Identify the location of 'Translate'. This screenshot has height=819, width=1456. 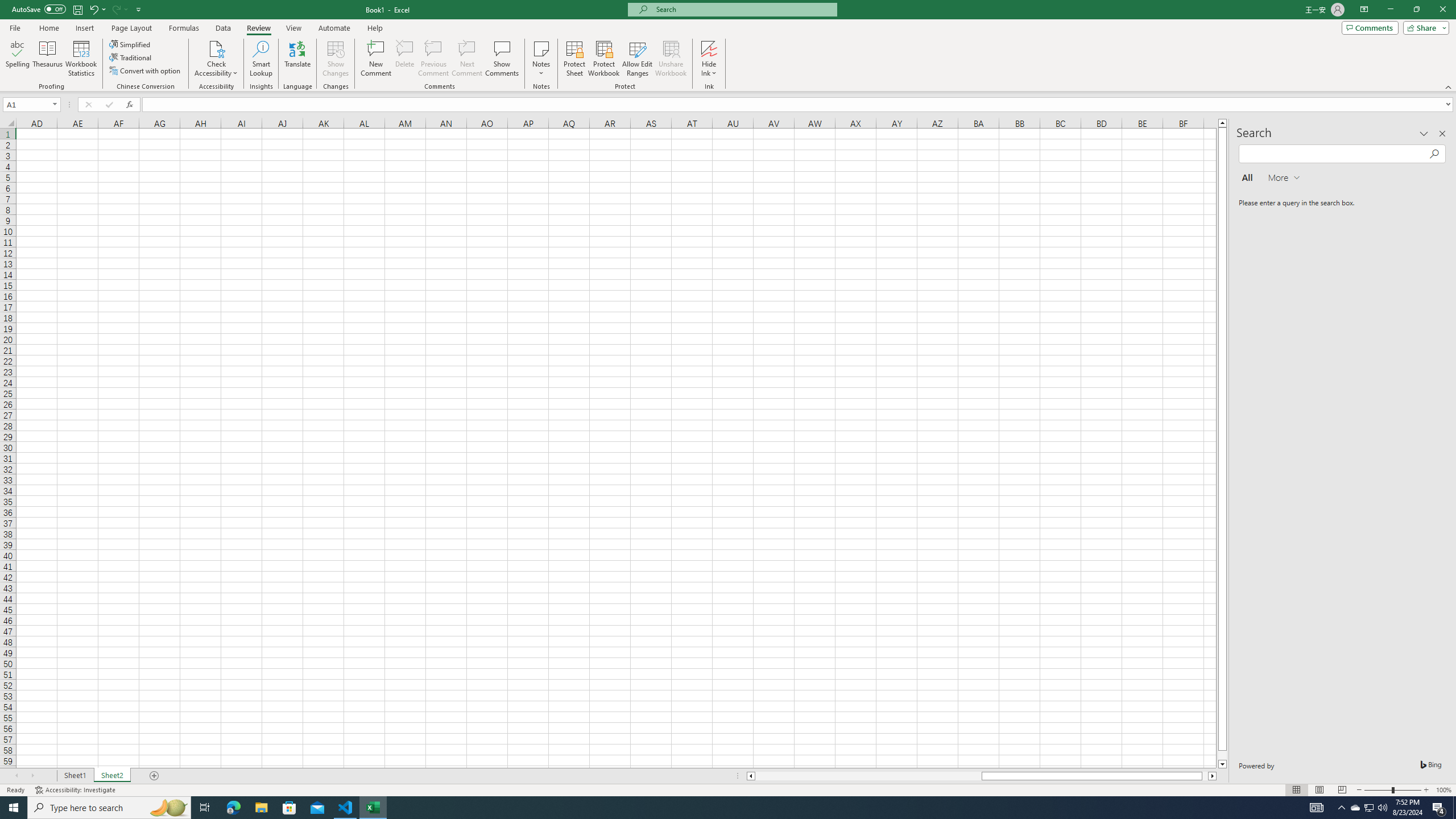
(297, 59).